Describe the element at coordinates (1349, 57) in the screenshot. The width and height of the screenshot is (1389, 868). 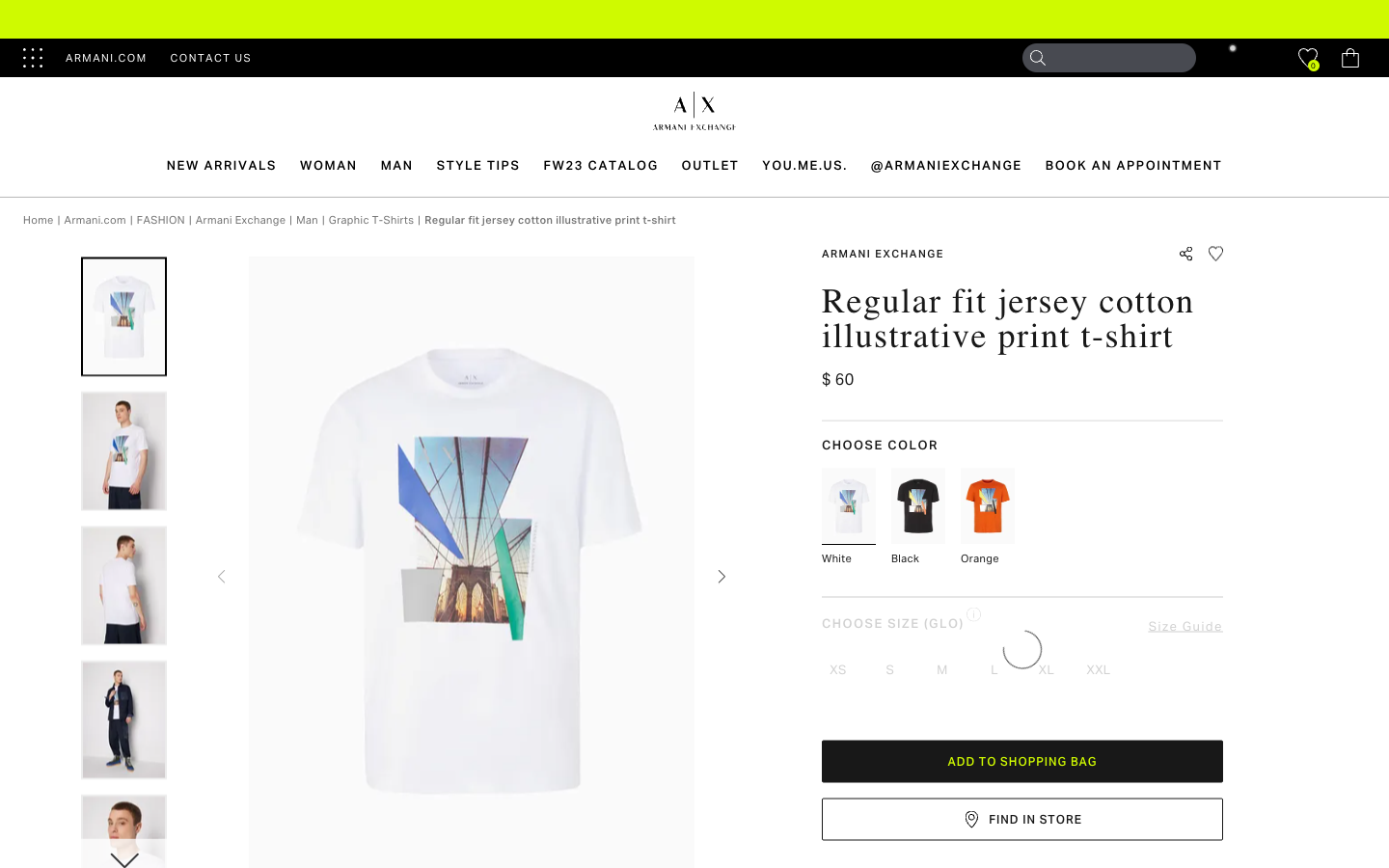
I see `Inspect the items in your basket by selecting the bag icon found in the upper right section of your screen` at that location.